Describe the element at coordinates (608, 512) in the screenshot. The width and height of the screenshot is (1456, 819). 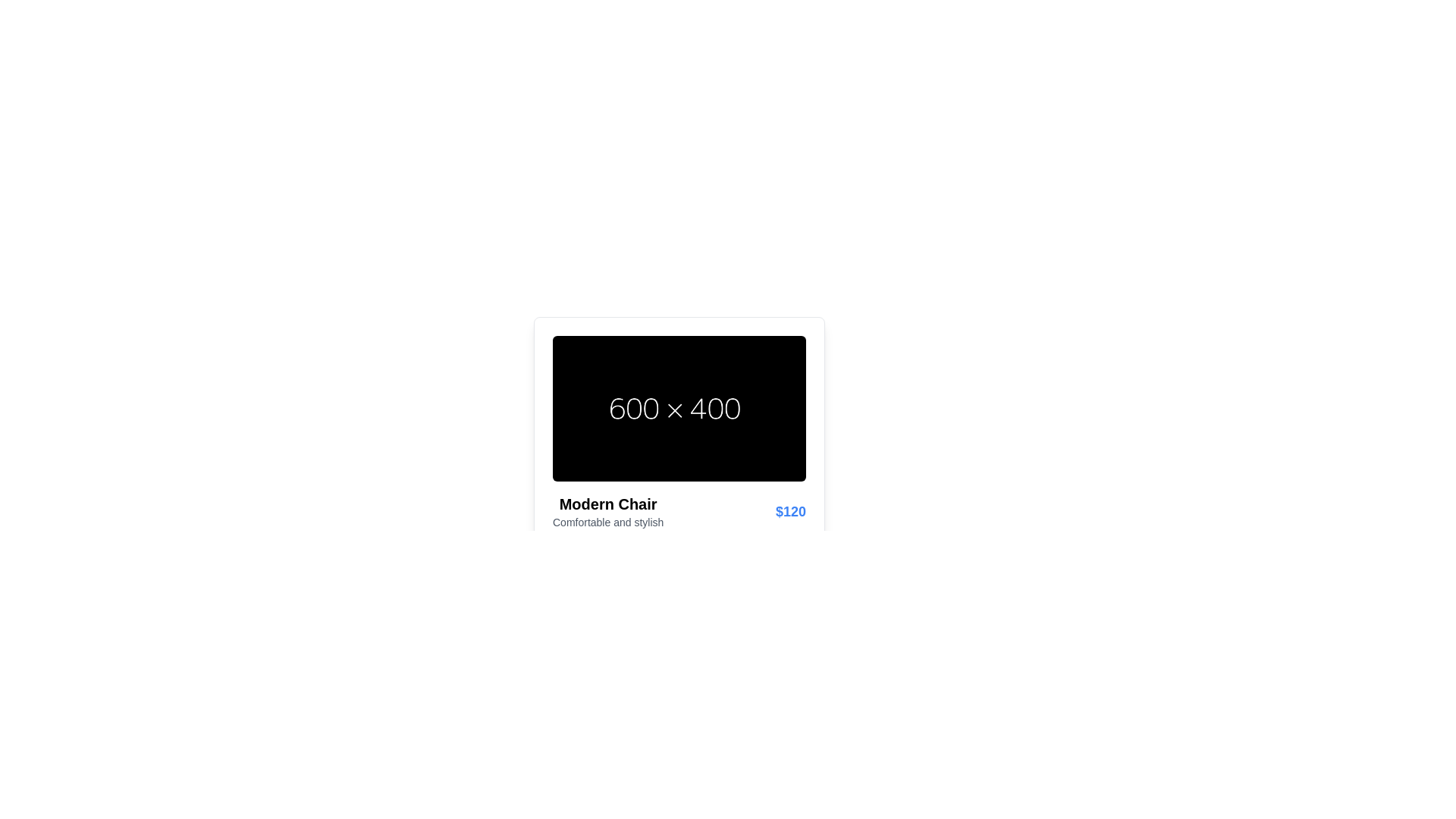
I see `the text block displaying the name and description of the product, located below the image labeled '600 × 400' and to the left of the text '$120.'` at that location.